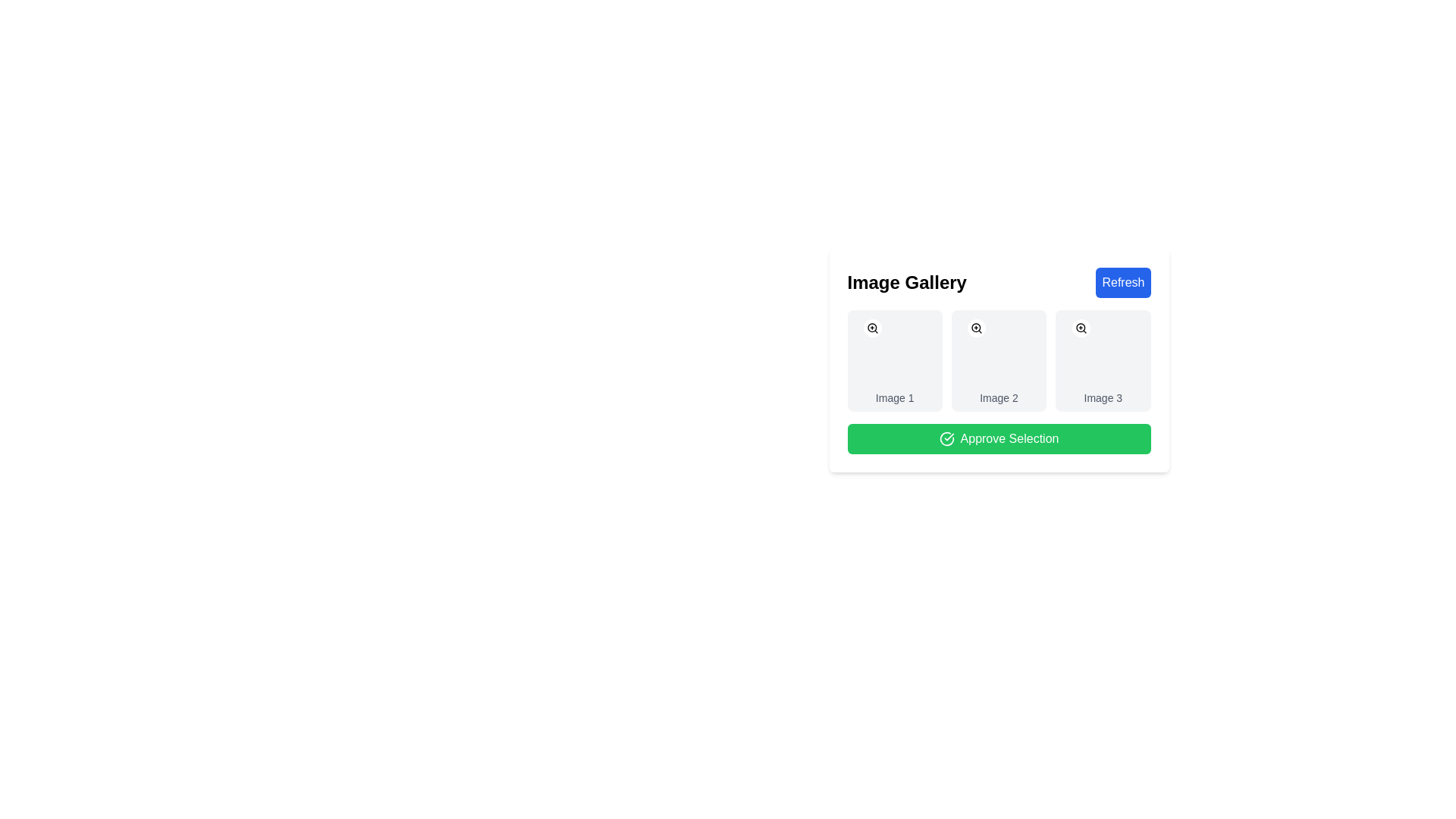  I want to click on the magnifying glass icon with a plus sign, which is located in a circular button at the top-left corner of the first image in the image gallery, so click(977, 327).